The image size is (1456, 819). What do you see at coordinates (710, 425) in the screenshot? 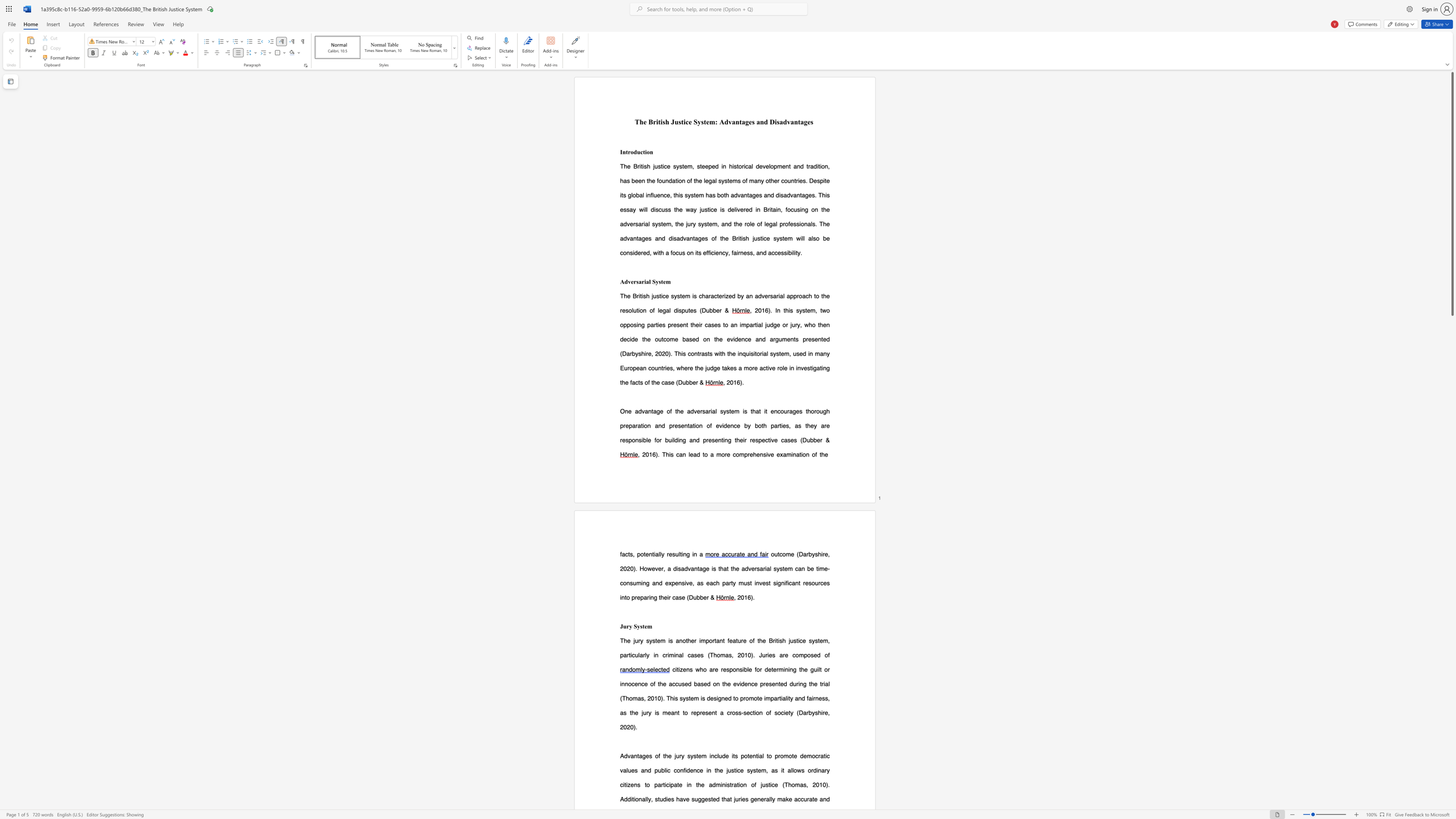
I see `the 2th character "f" in the text` at bounding box center [710, 425].